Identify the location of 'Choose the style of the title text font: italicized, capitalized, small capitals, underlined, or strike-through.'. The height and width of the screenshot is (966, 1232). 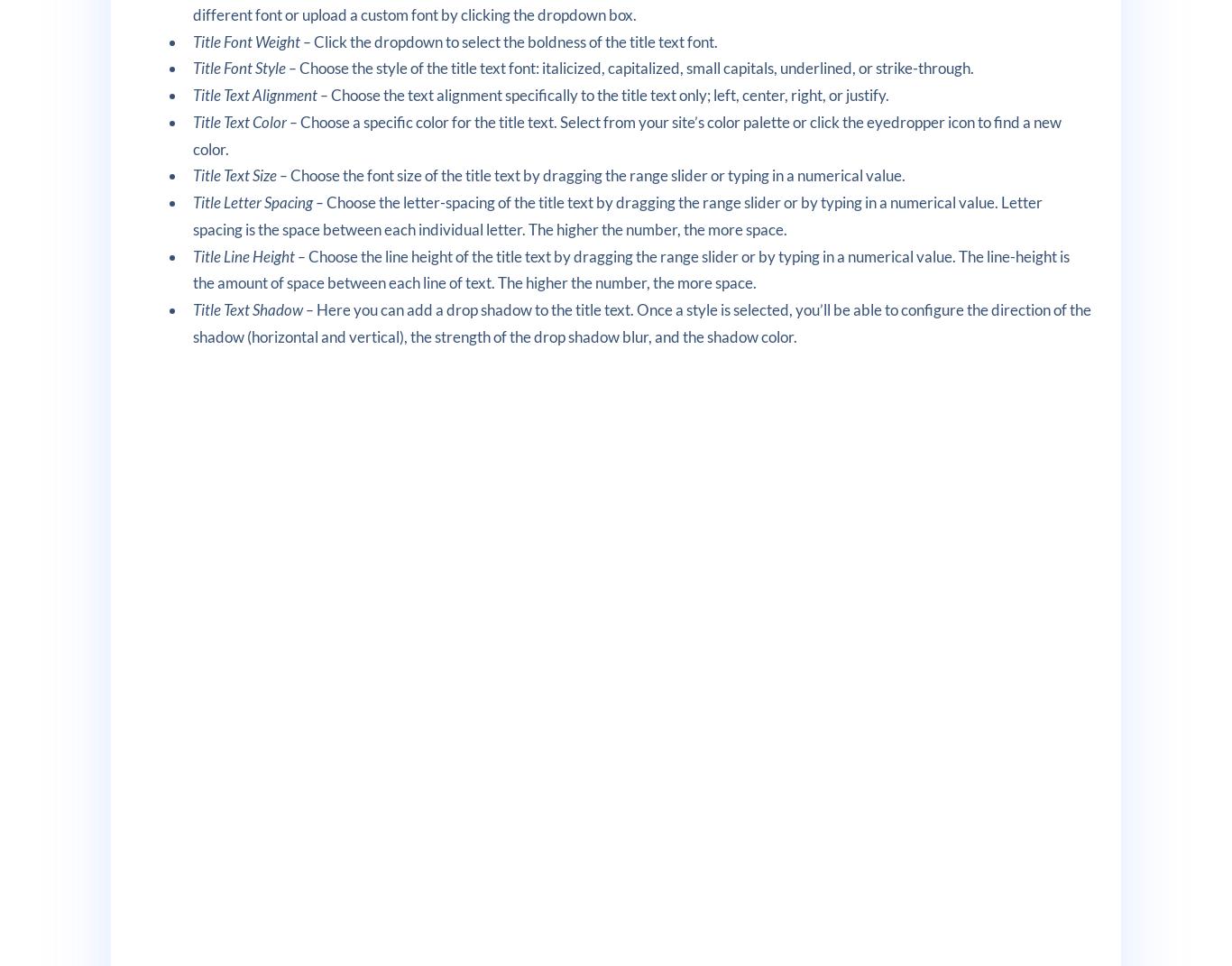
(636, 67).